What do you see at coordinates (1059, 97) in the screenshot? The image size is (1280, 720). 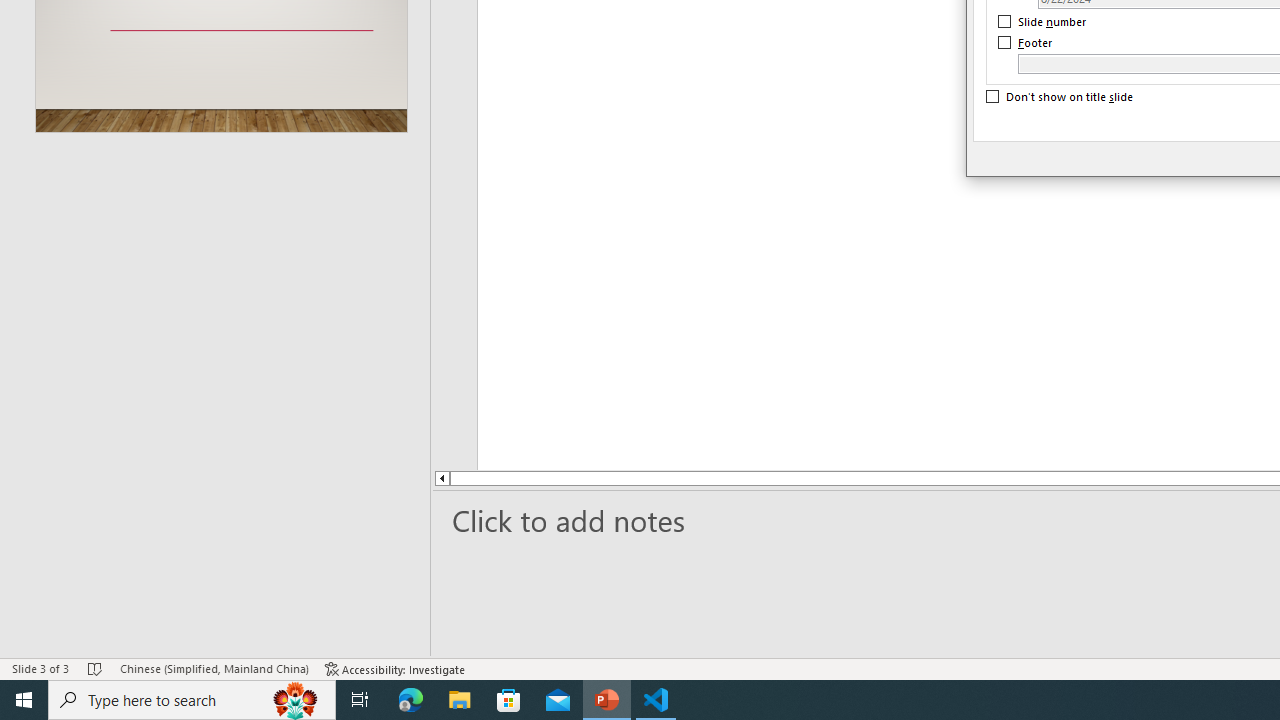 I see `'Don'` at bounding box center [1059, 97].